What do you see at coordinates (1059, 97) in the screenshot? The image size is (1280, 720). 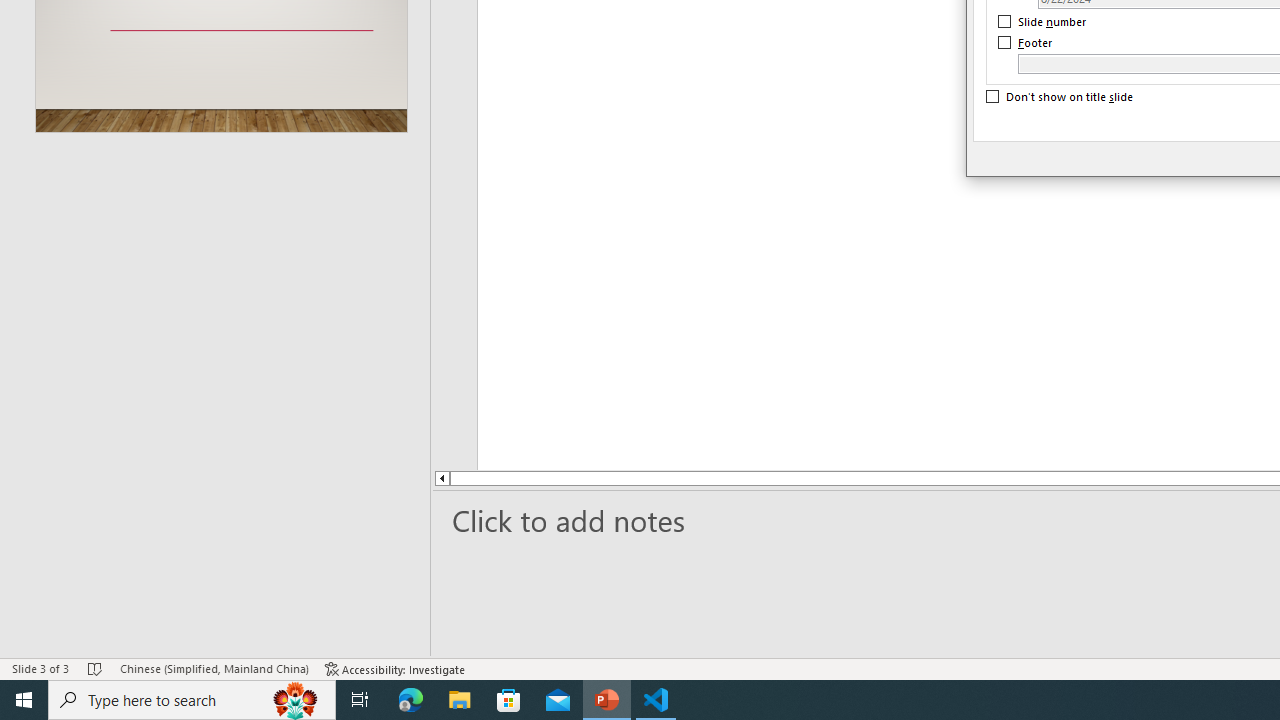 I see `'Don'` at bounding box center [1059, 97].